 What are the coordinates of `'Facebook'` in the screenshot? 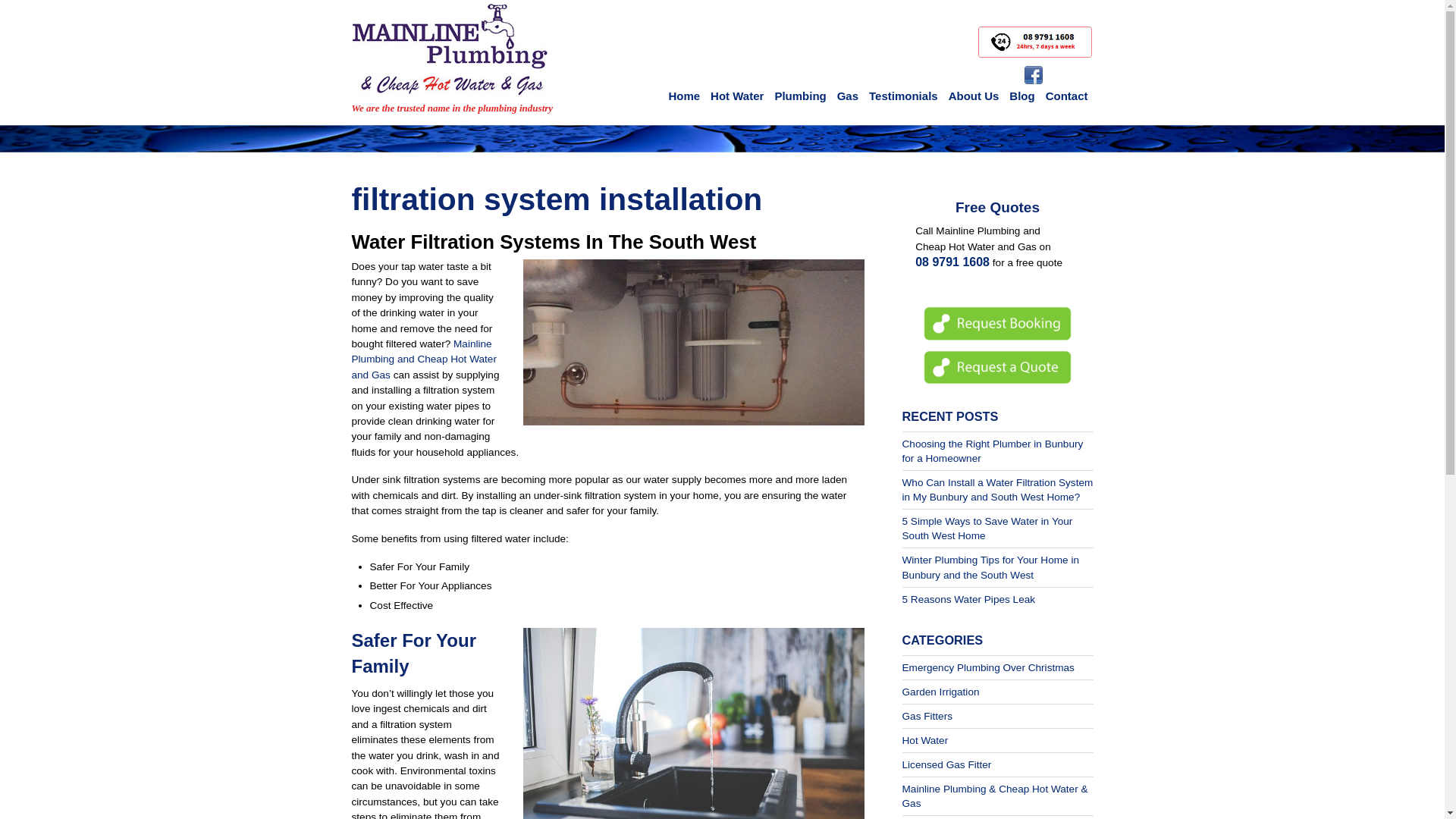 It's located at (1032, 75).